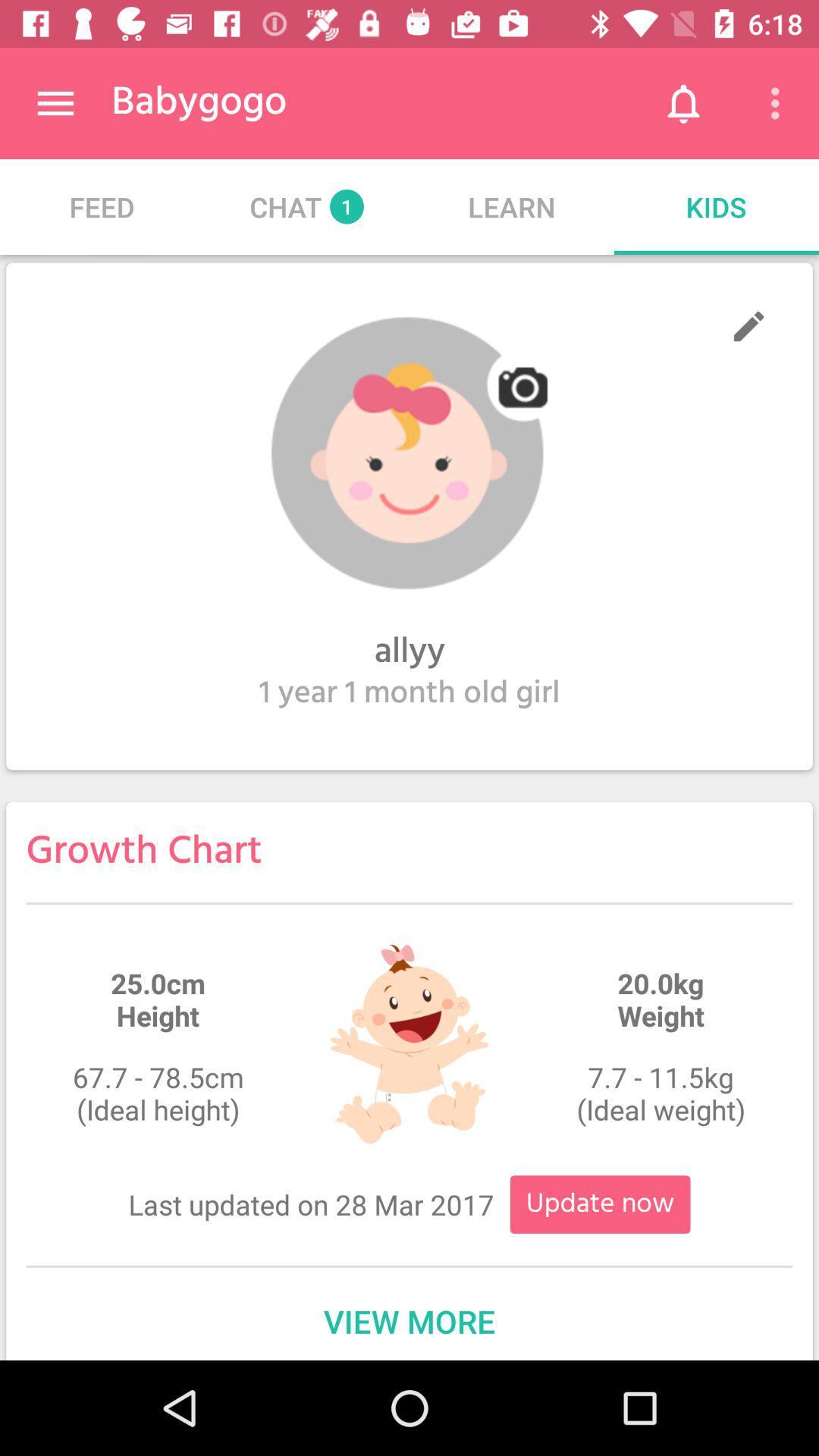 The height and width of the screenshot is (1456, 819). Describe the element at coordinates (409, 453) in the screenshot. I see `profile photo option` at that location.